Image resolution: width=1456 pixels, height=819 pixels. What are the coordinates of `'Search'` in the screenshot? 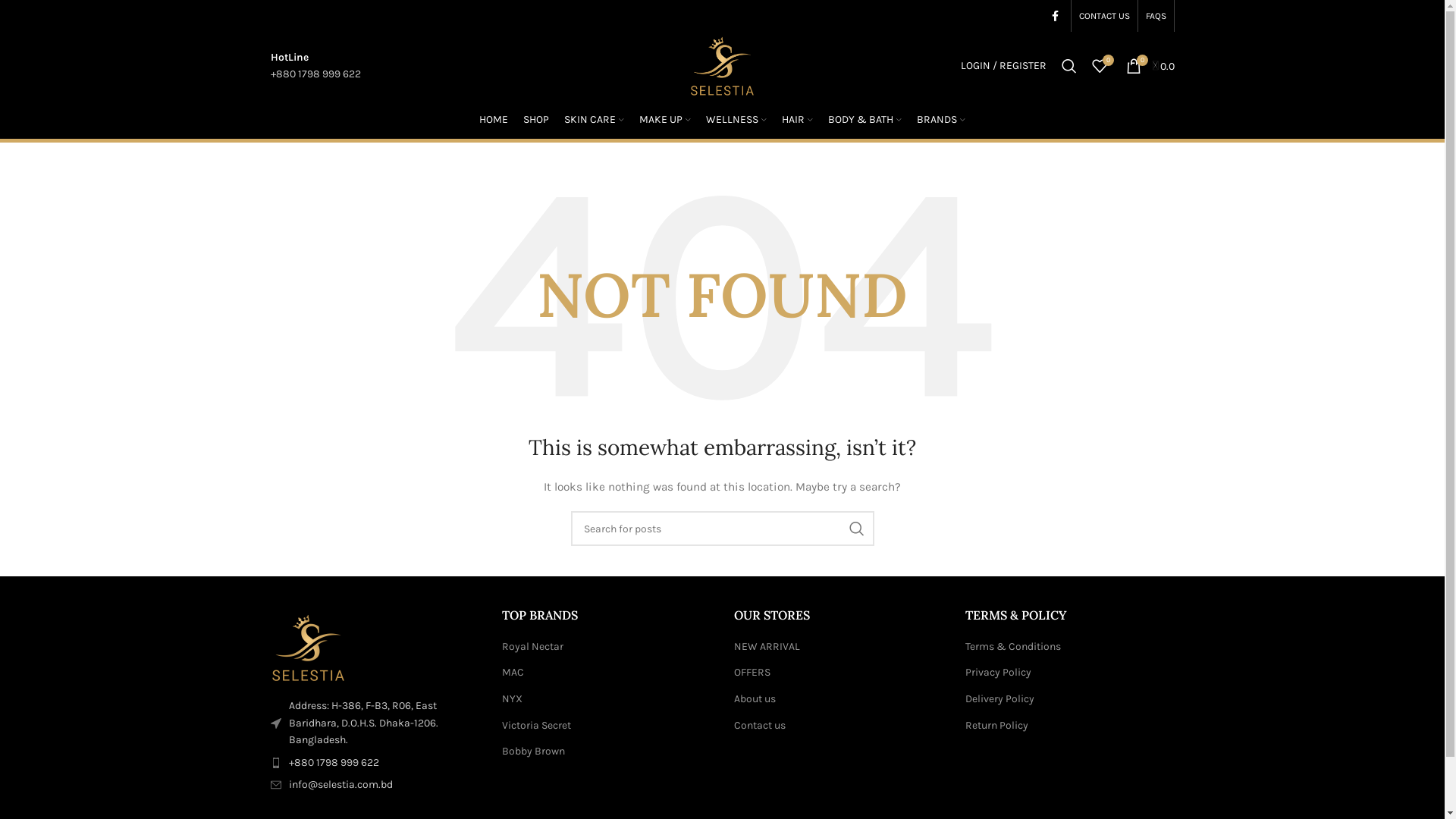 It's located at (1068, 65).